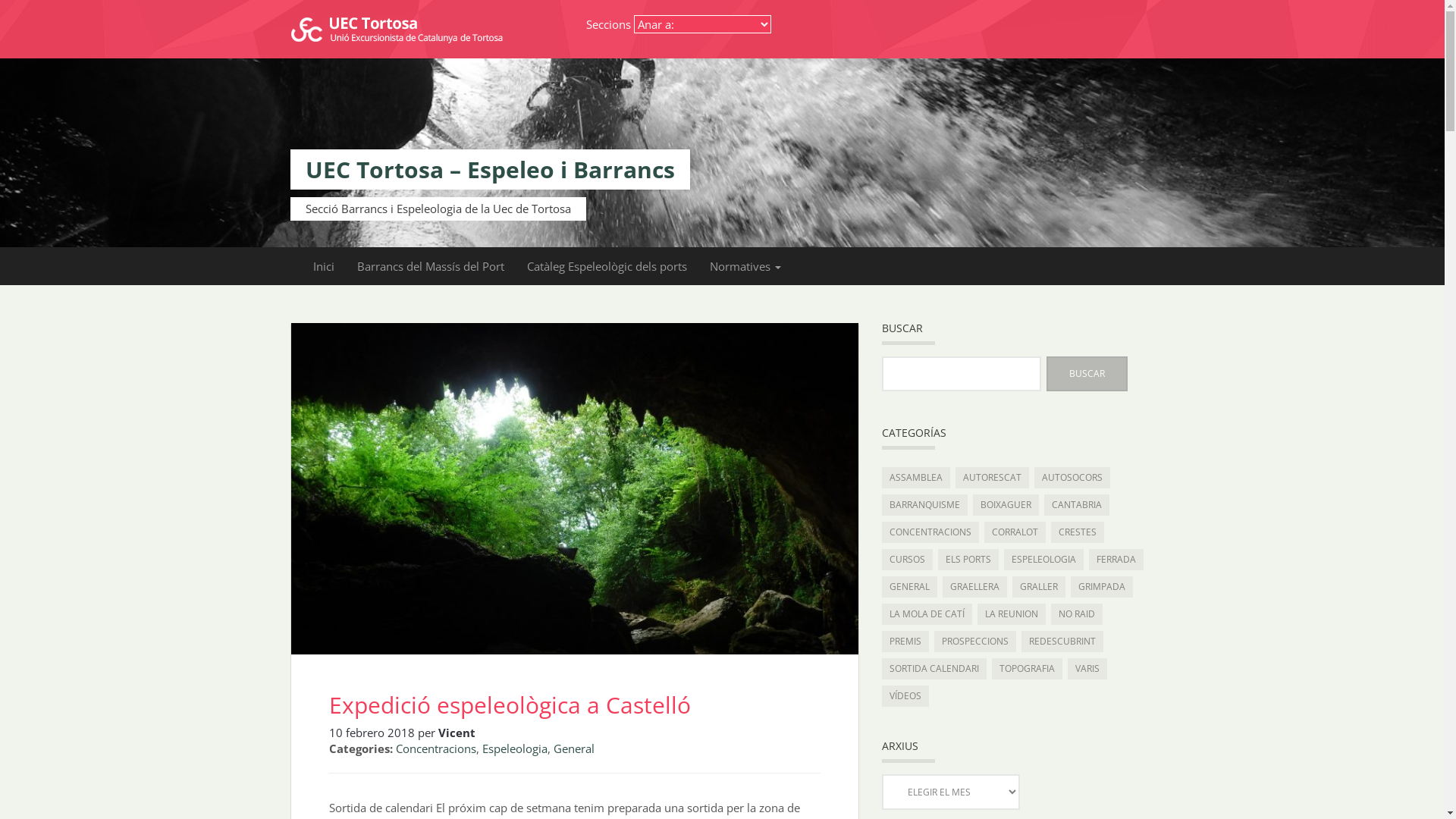 The width and height of the screenshot is (1456, 819). I want to click on 'AUTORESCAT', so click(992, 476).